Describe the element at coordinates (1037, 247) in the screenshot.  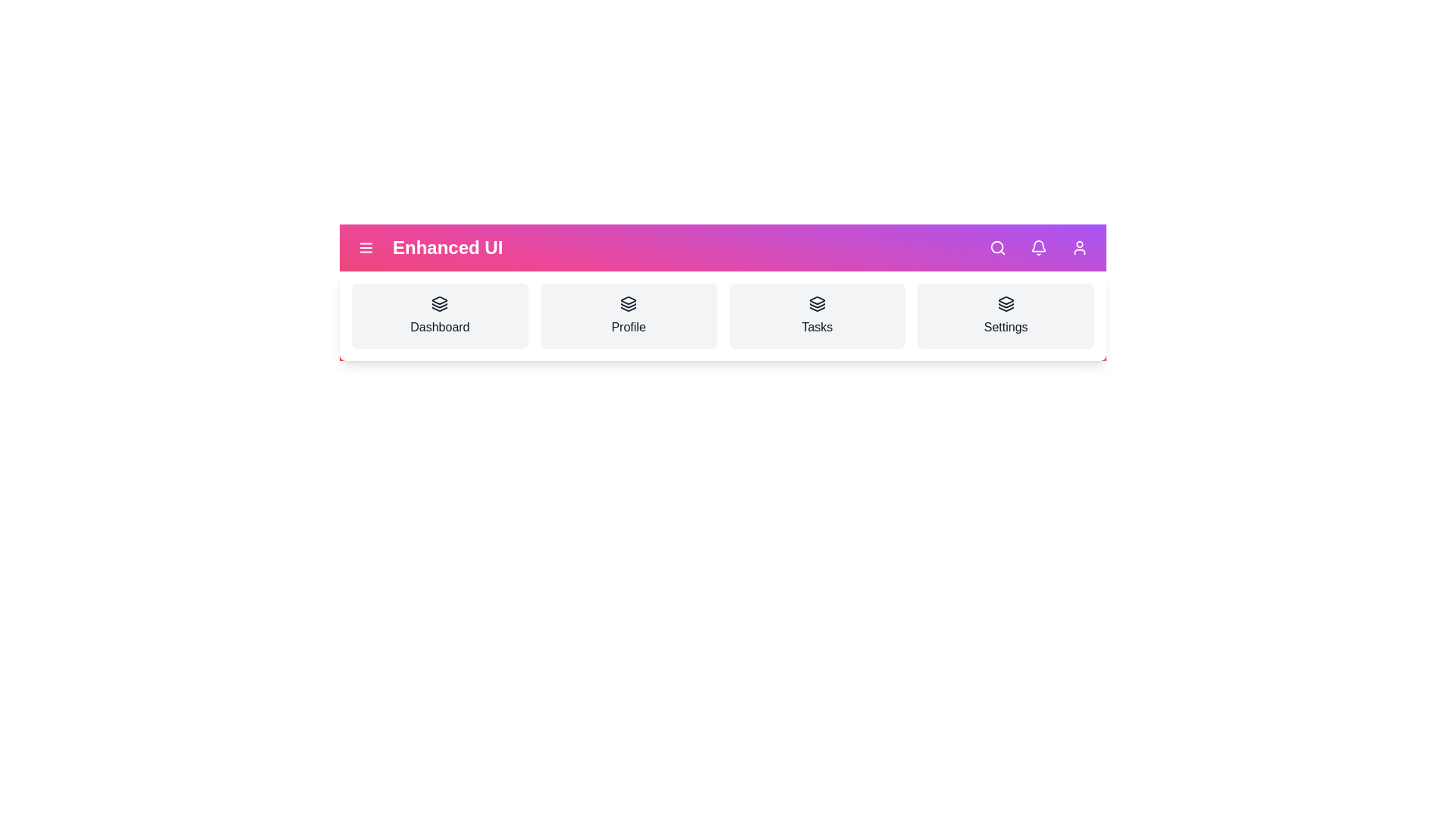
I see `notifications button` at that location.